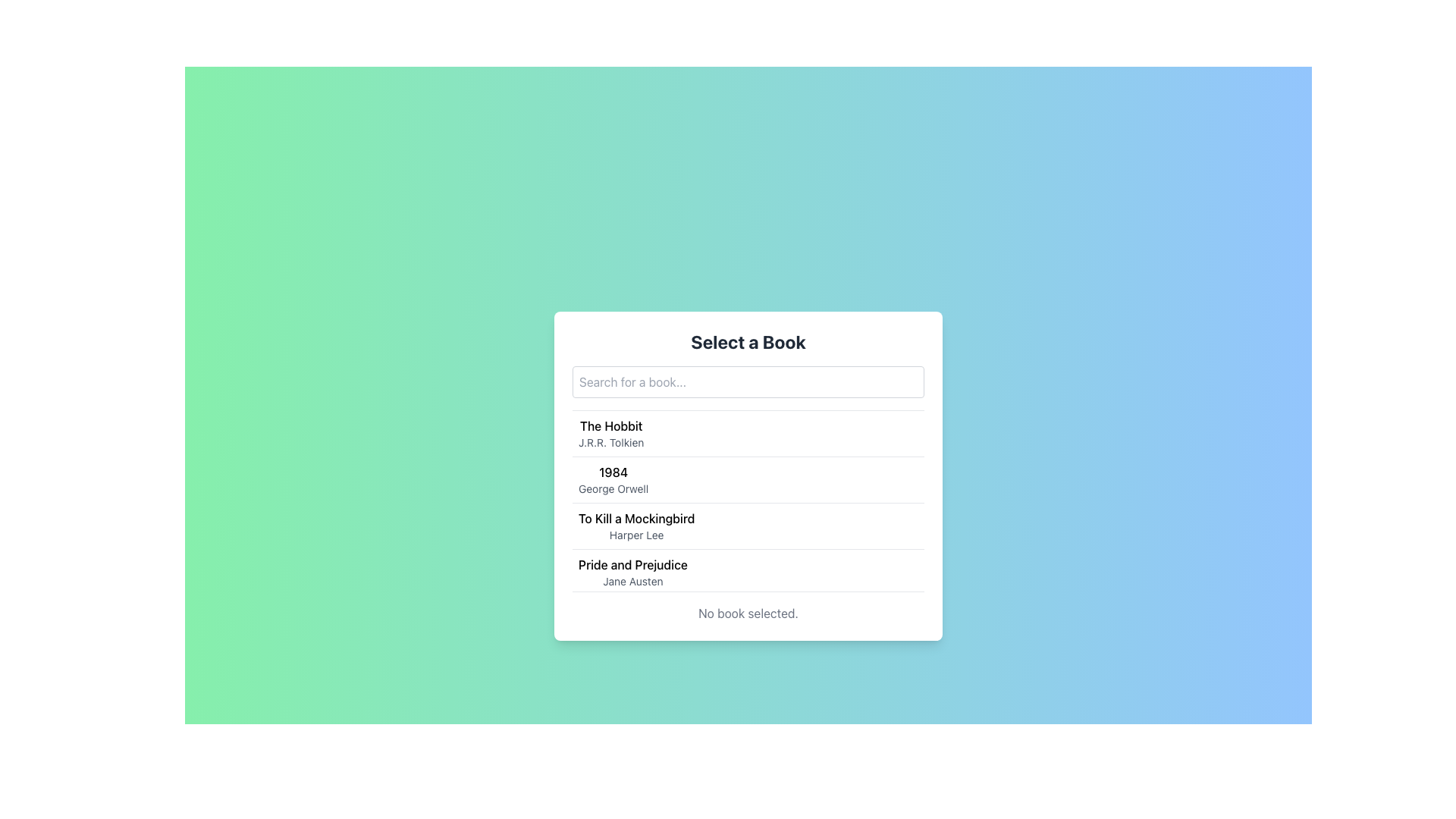 The image size is (1456, 819). I want to click on the list item displaying '1984' by George Orwell, which is the second item in the book selection interface, so click(748, 475).